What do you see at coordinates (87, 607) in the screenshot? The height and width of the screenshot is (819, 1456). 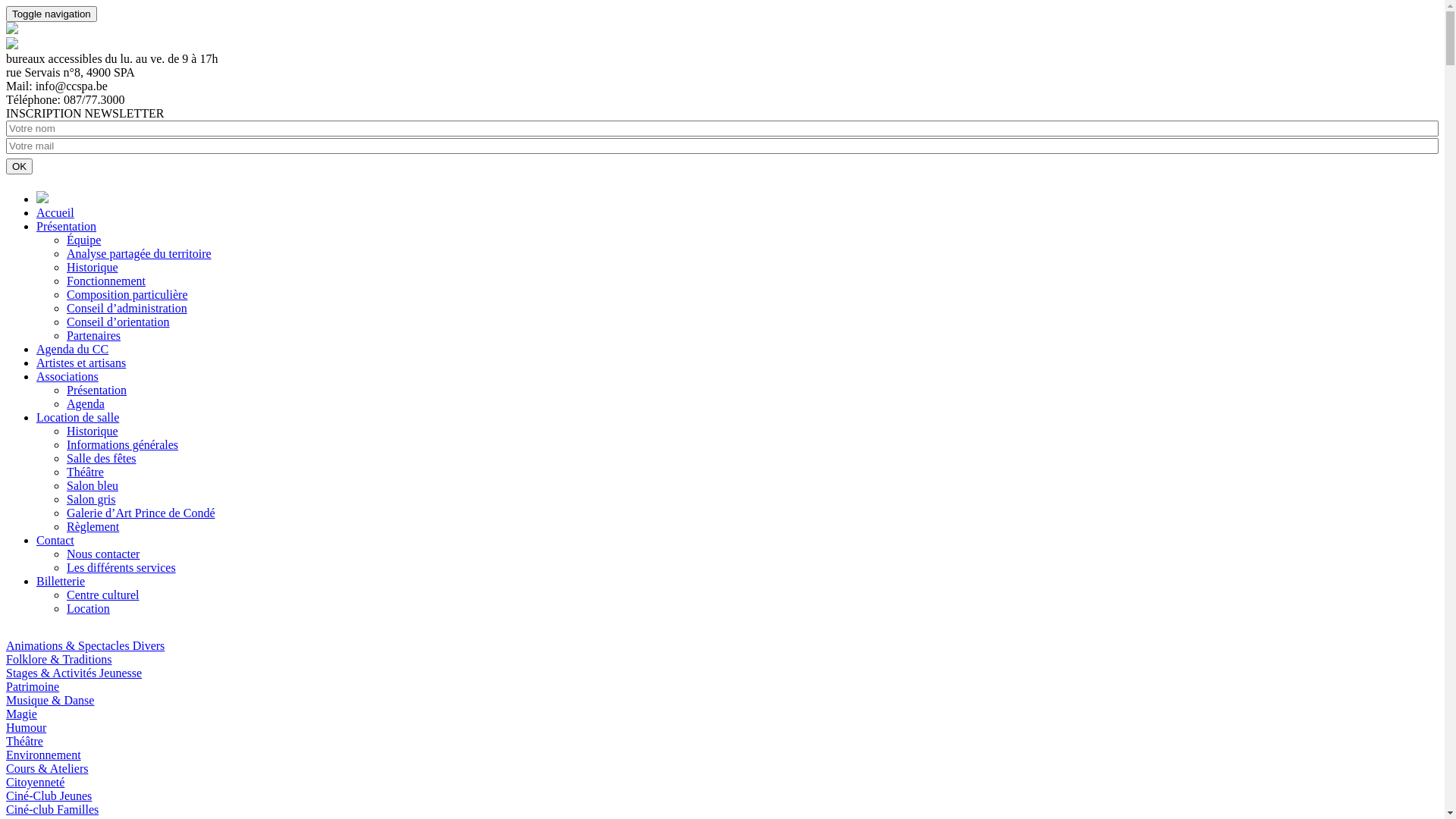 I see `'Location'` at bounding box center [87, 607].